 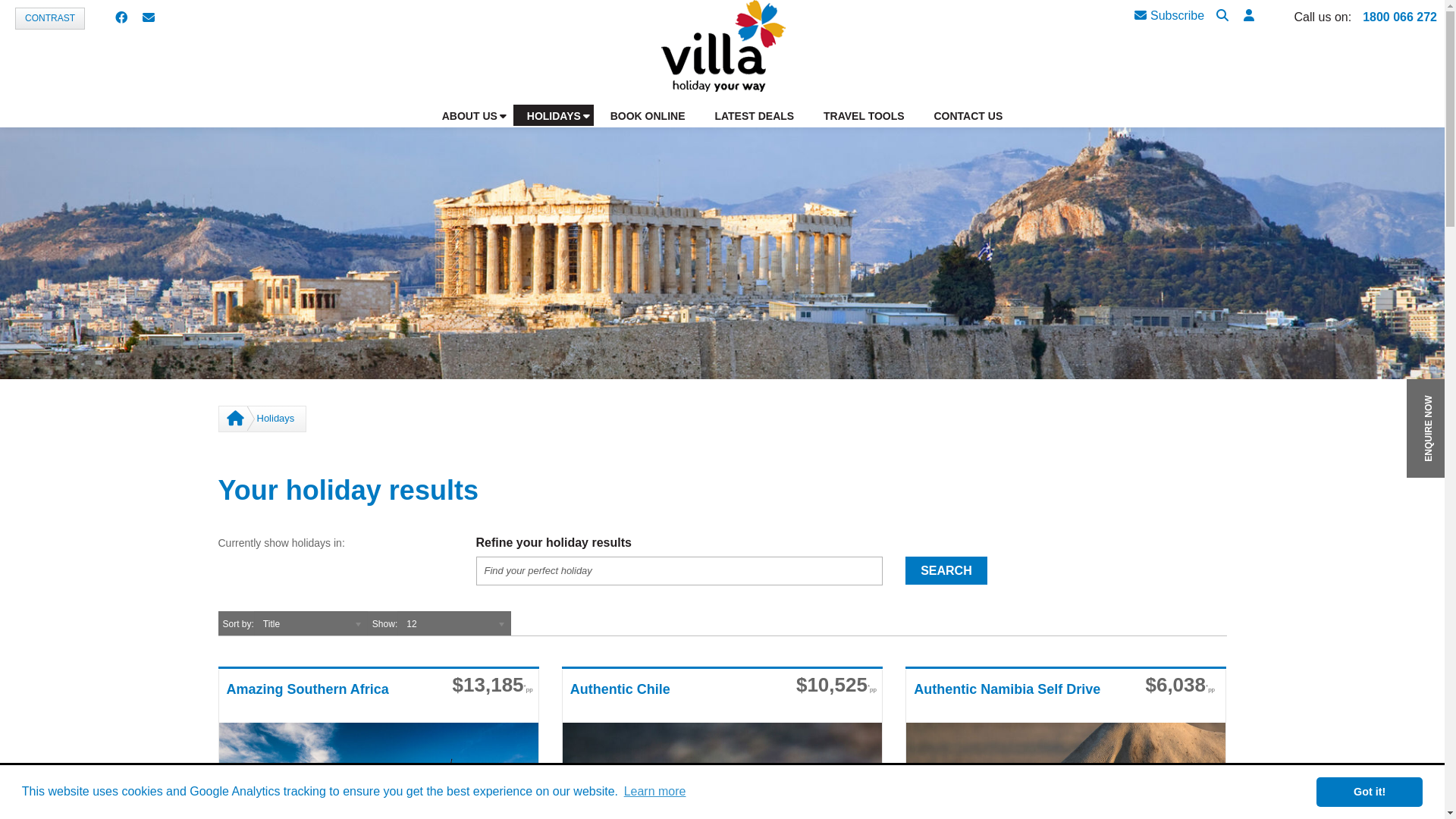 What do you see at coordinates (309, 623) in the screenshot?
I see `'Title'` at bounding box center [309, 623].